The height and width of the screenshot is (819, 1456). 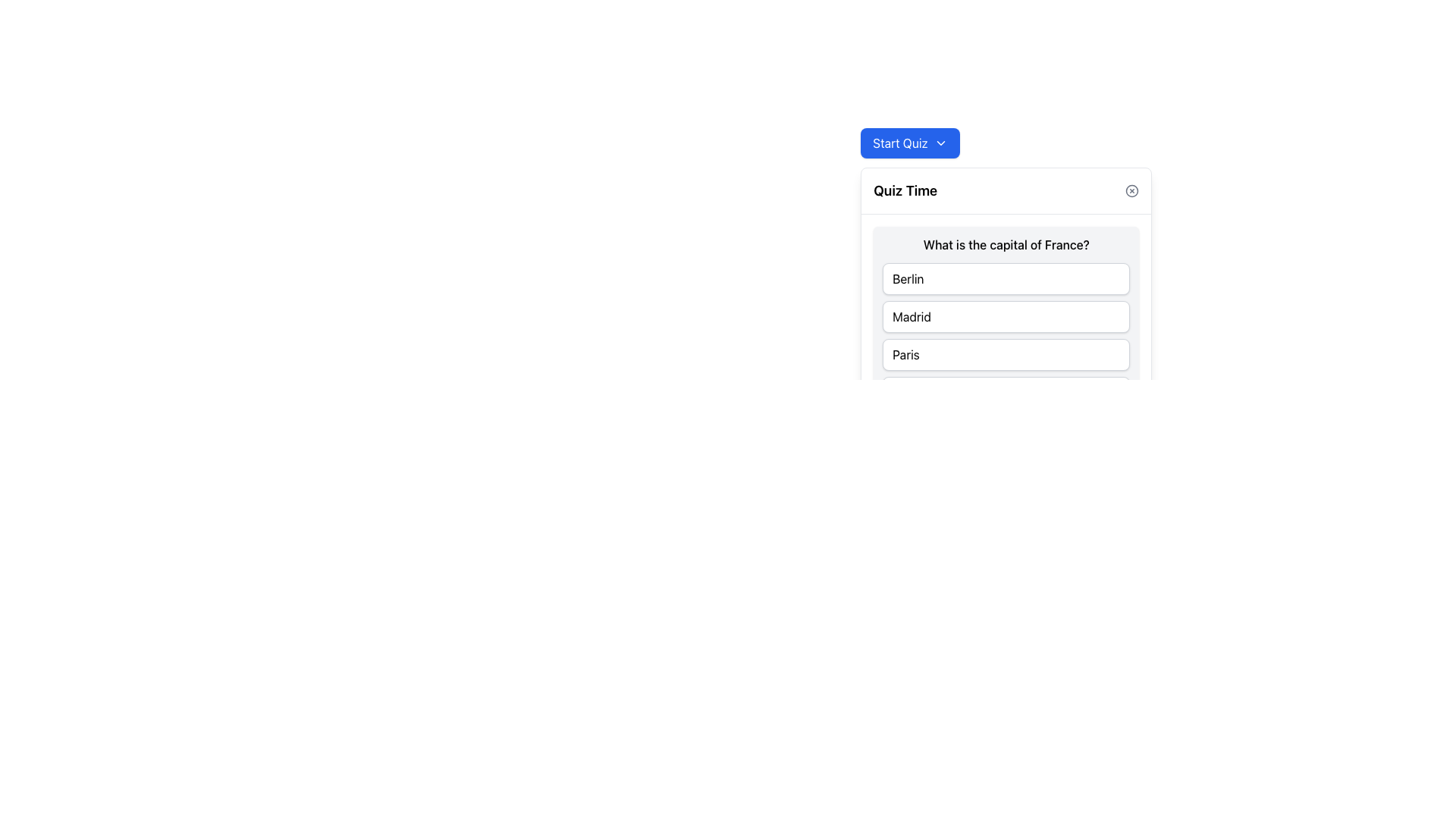 I want to click on the selectable answer option indicating 'Madrid' in the quiz interface, so click(x=1006, y=315).